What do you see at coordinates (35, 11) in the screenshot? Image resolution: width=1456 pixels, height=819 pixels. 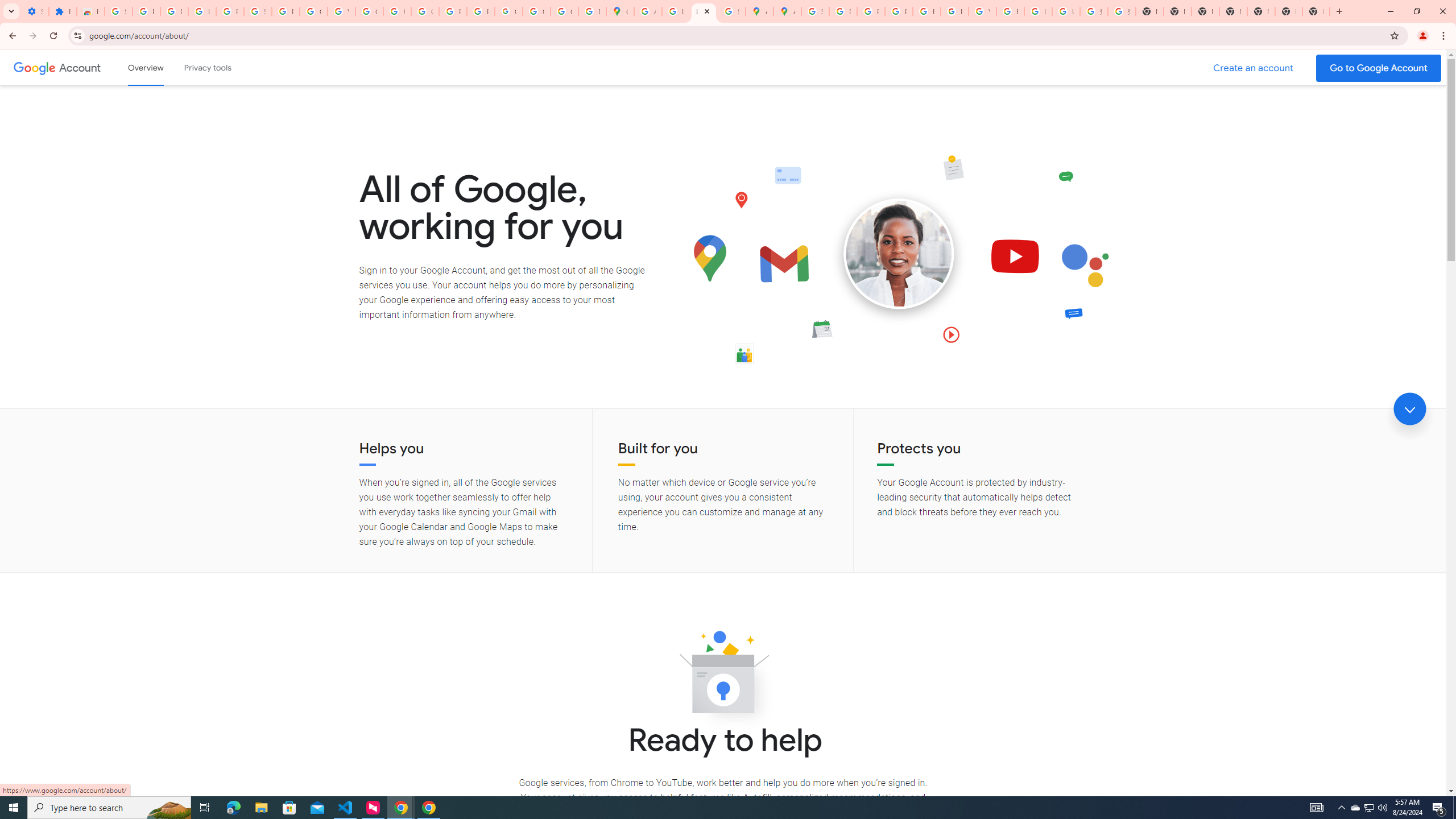 I see `'Settings - On startup'` at bounding box center [35, 11].